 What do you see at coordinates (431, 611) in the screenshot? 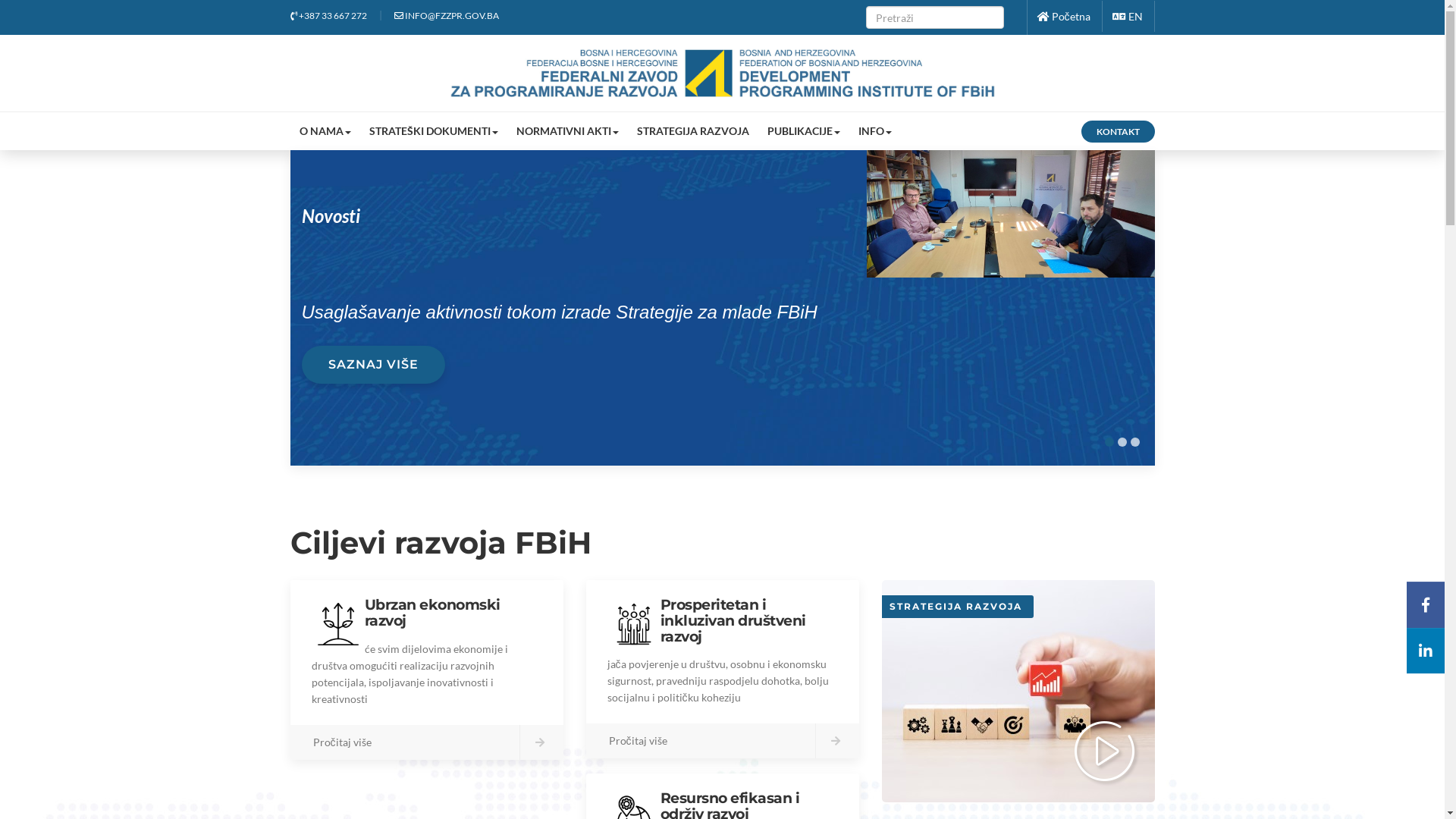
I see `'Ubrzan ekonomski razvoj'` at bounding box center [431, 611].